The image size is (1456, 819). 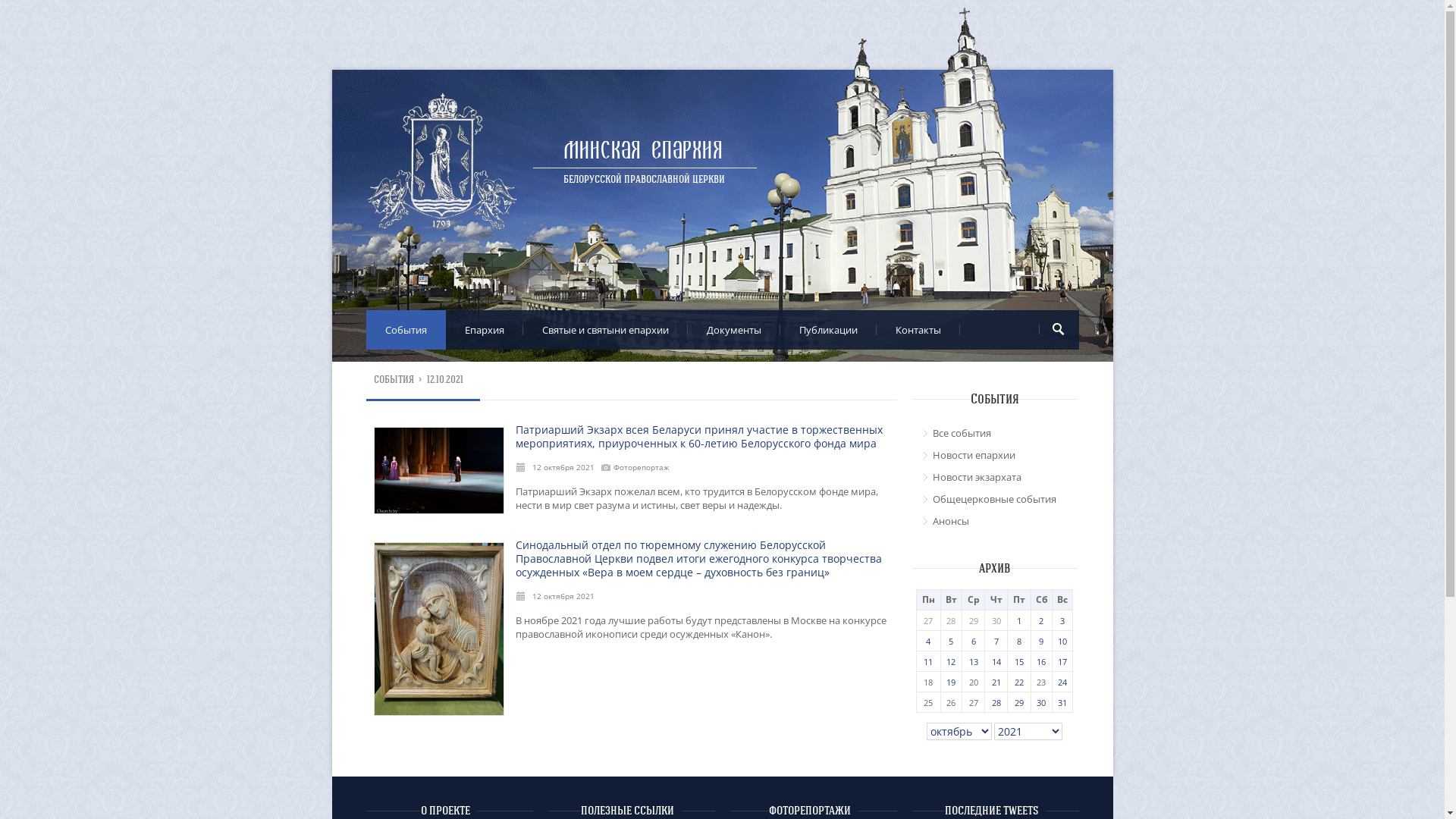 What do you see at coordinates (949, 660) in the screenshot?
I see `'12'` at bounding box center [949, 660].